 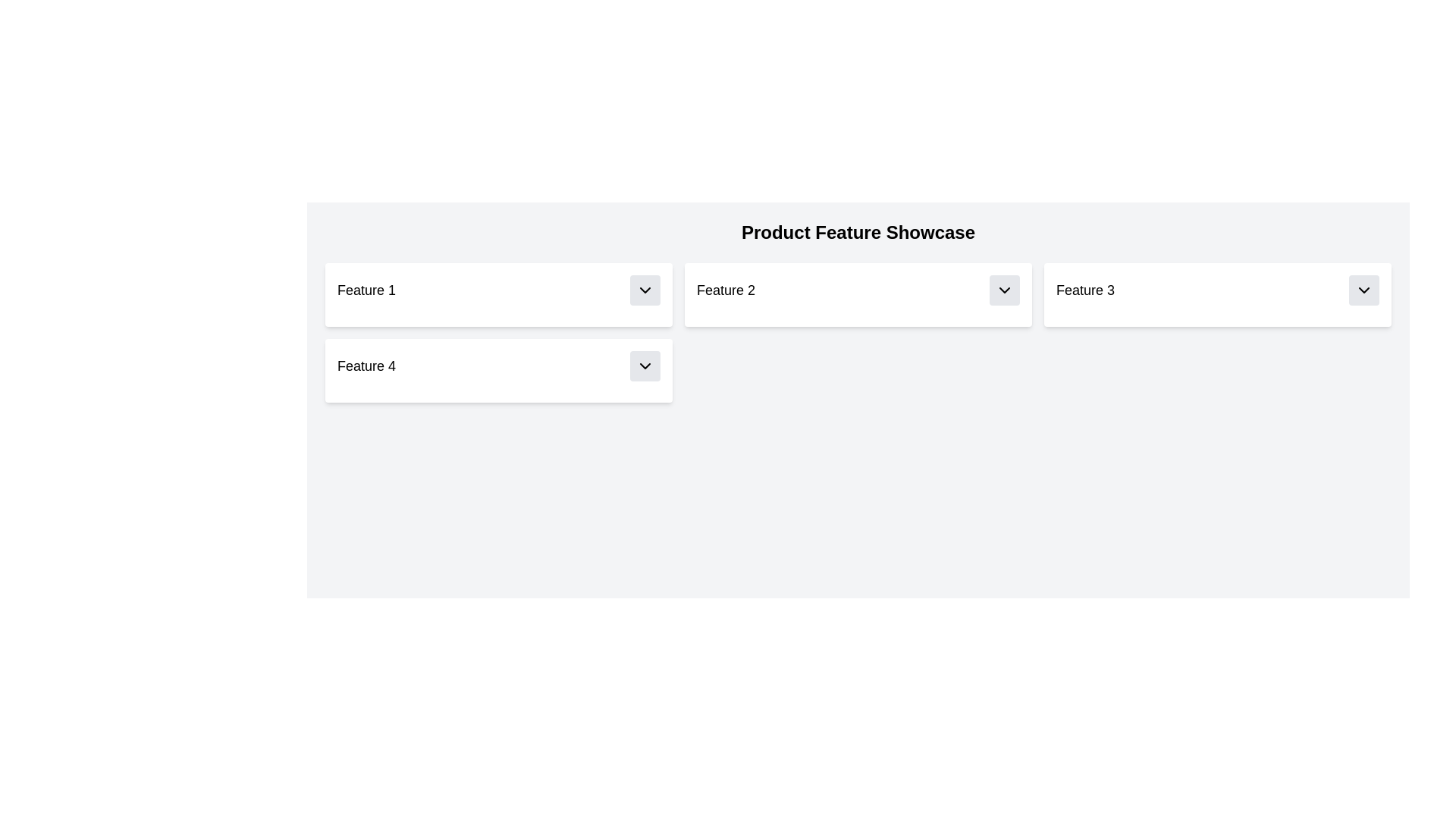 I want to click on the button with a downward-facing chevron icon, styled with a gray background and rounded corners for keyboard navigation, so click(x=1004, y=290).